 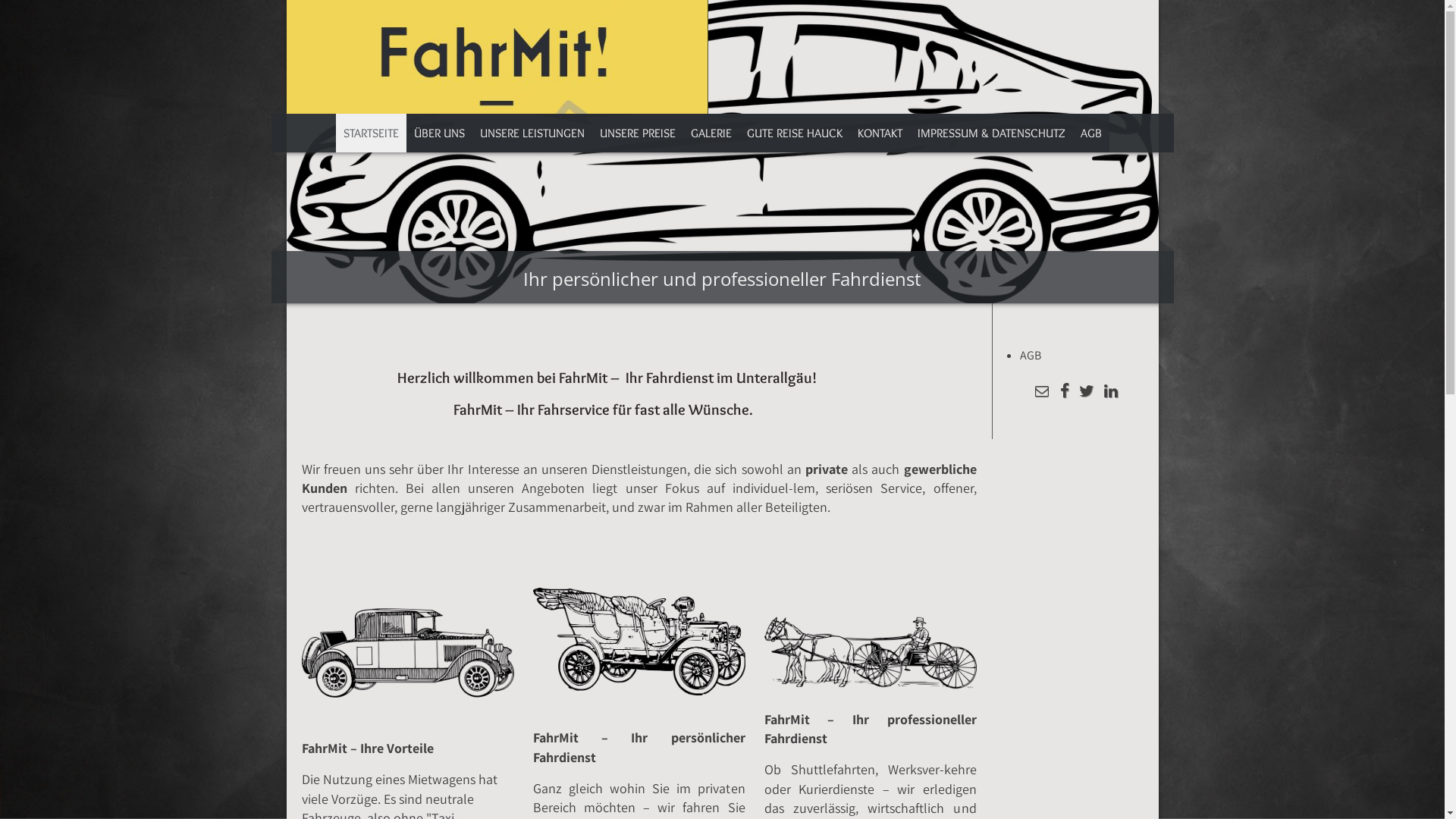 What do you see at coordinates (848, 132) in the screenshot?
I see `'KONTAKT'` at bounding box center [848, 132].